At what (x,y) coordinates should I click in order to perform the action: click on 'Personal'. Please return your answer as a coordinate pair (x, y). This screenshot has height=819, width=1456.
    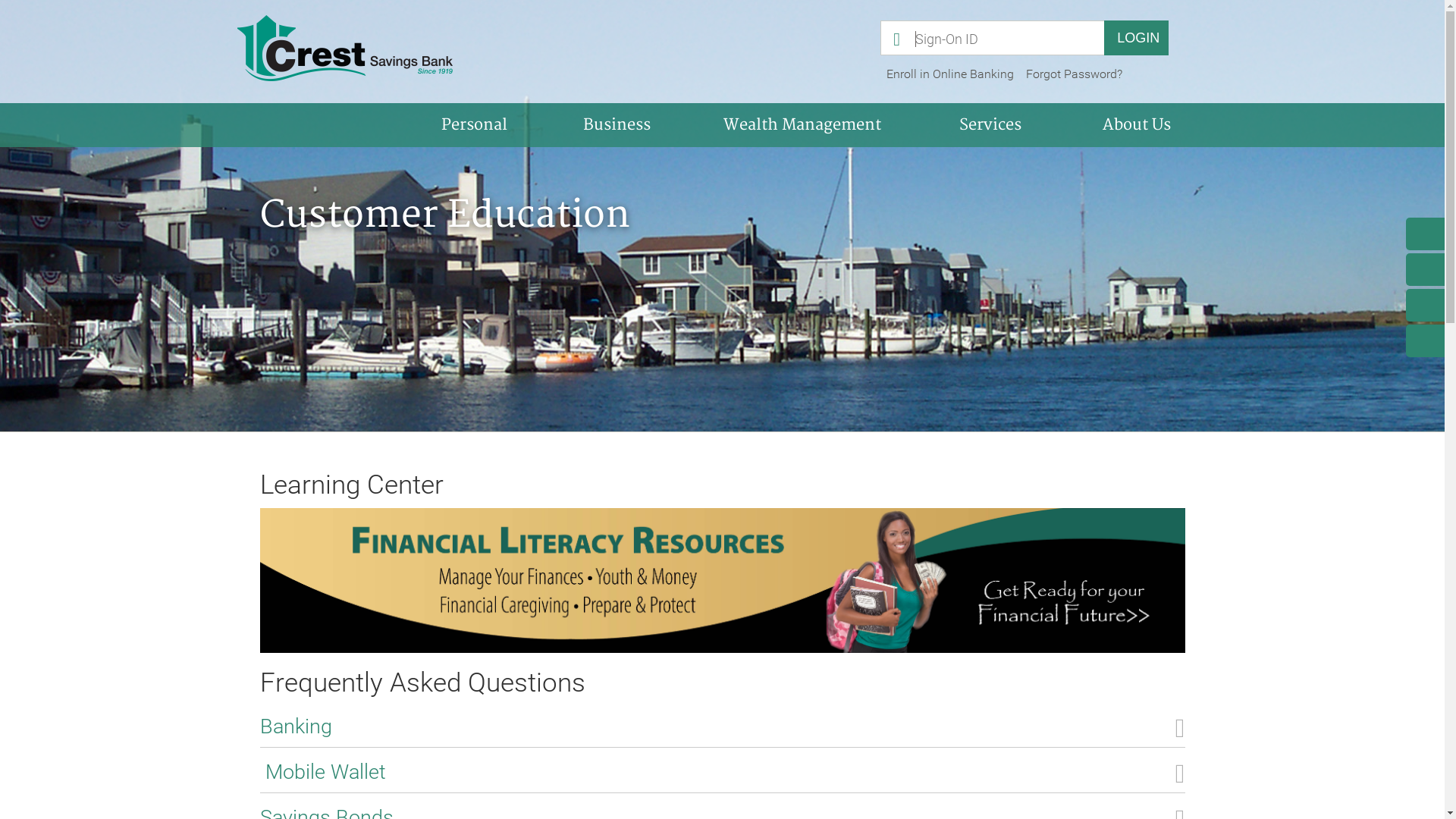
    Looking at the image, I should click on (403, 124).